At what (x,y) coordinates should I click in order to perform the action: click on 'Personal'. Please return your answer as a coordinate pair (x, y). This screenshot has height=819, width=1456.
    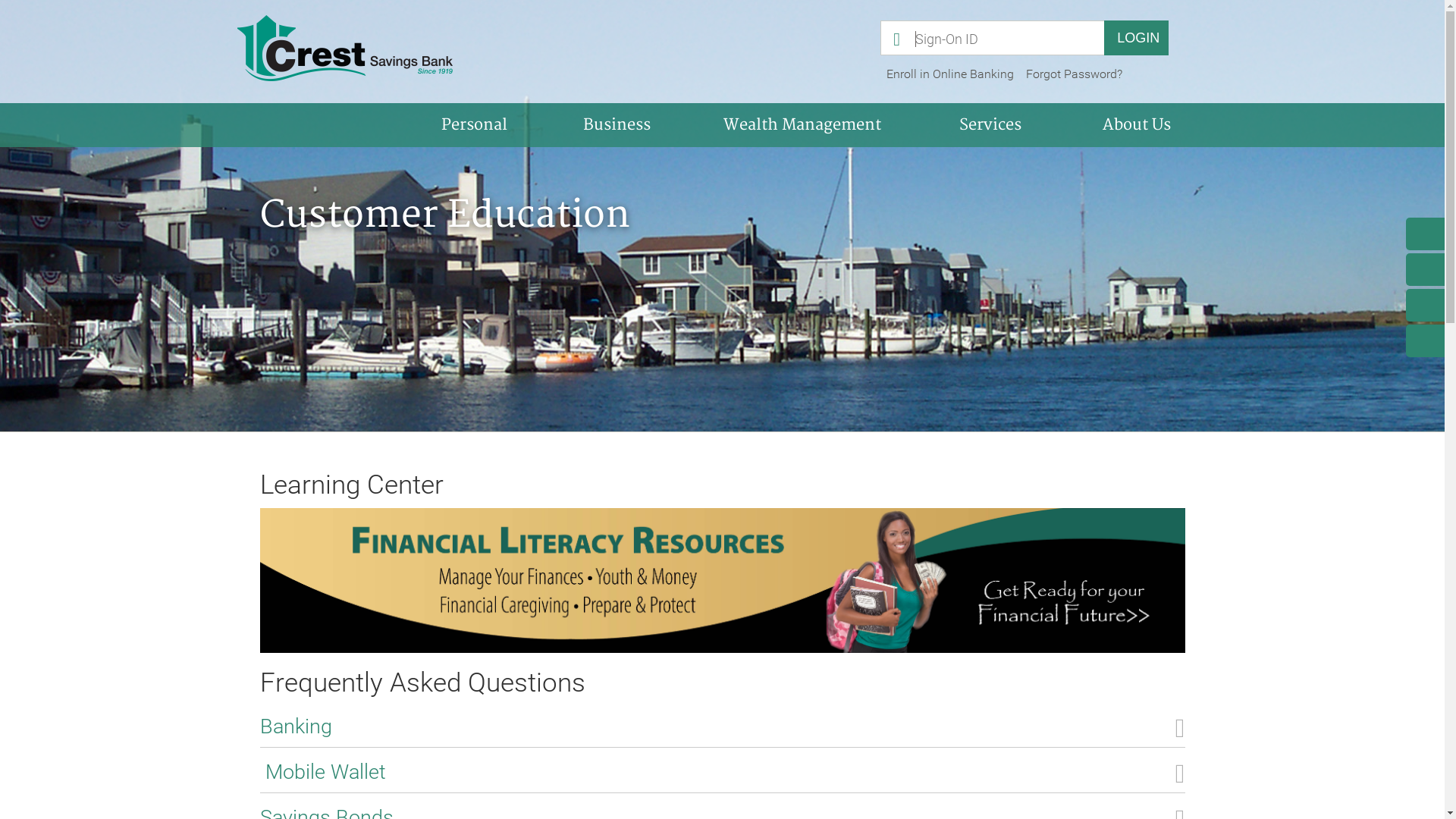
    Looking at the image, I should click on (403, 124).